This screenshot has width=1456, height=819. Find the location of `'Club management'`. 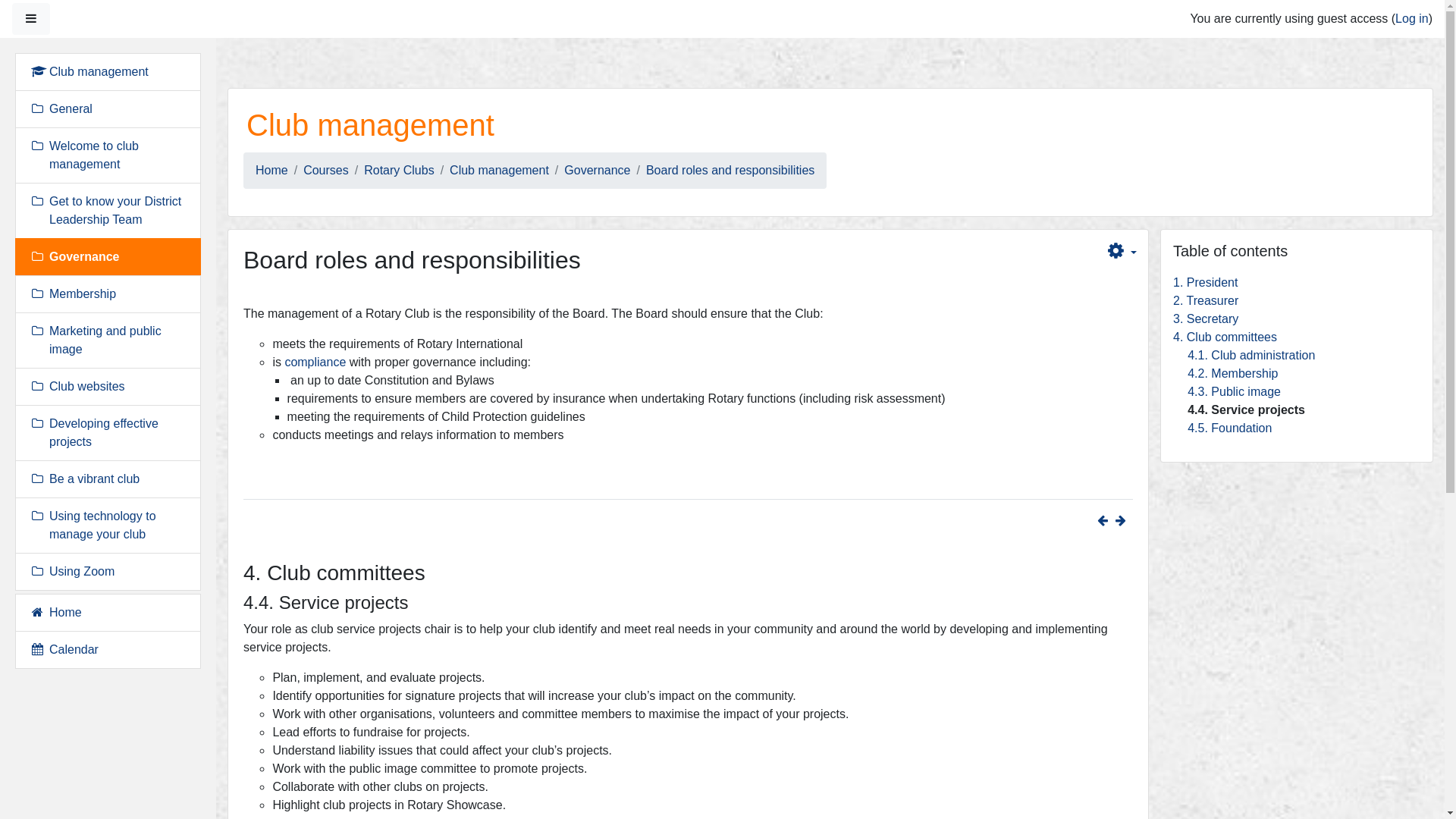

'Club management' is located at coordinates (107, 72).